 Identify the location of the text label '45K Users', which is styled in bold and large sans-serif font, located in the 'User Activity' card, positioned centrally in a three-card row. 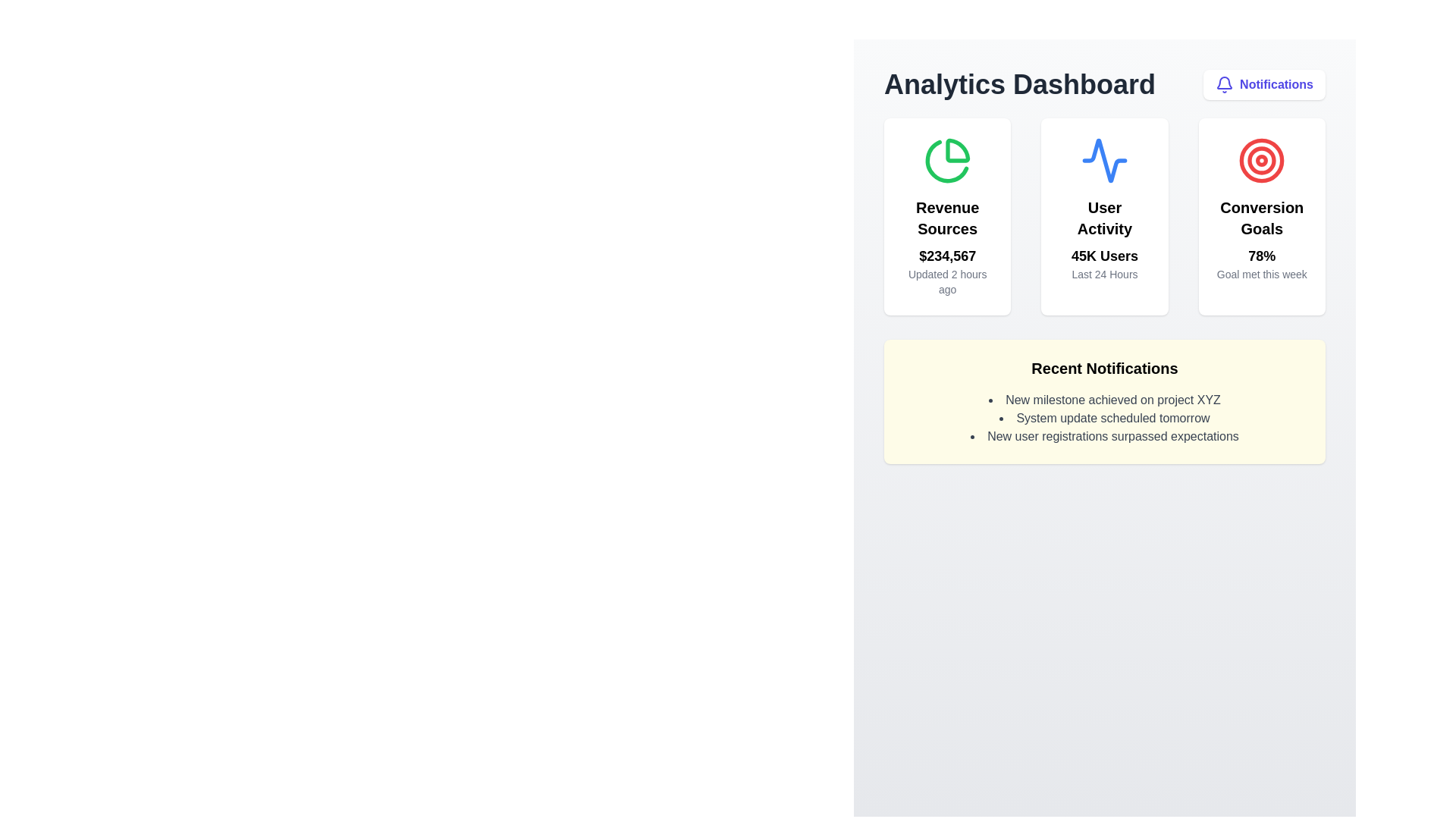
(1104, 256).